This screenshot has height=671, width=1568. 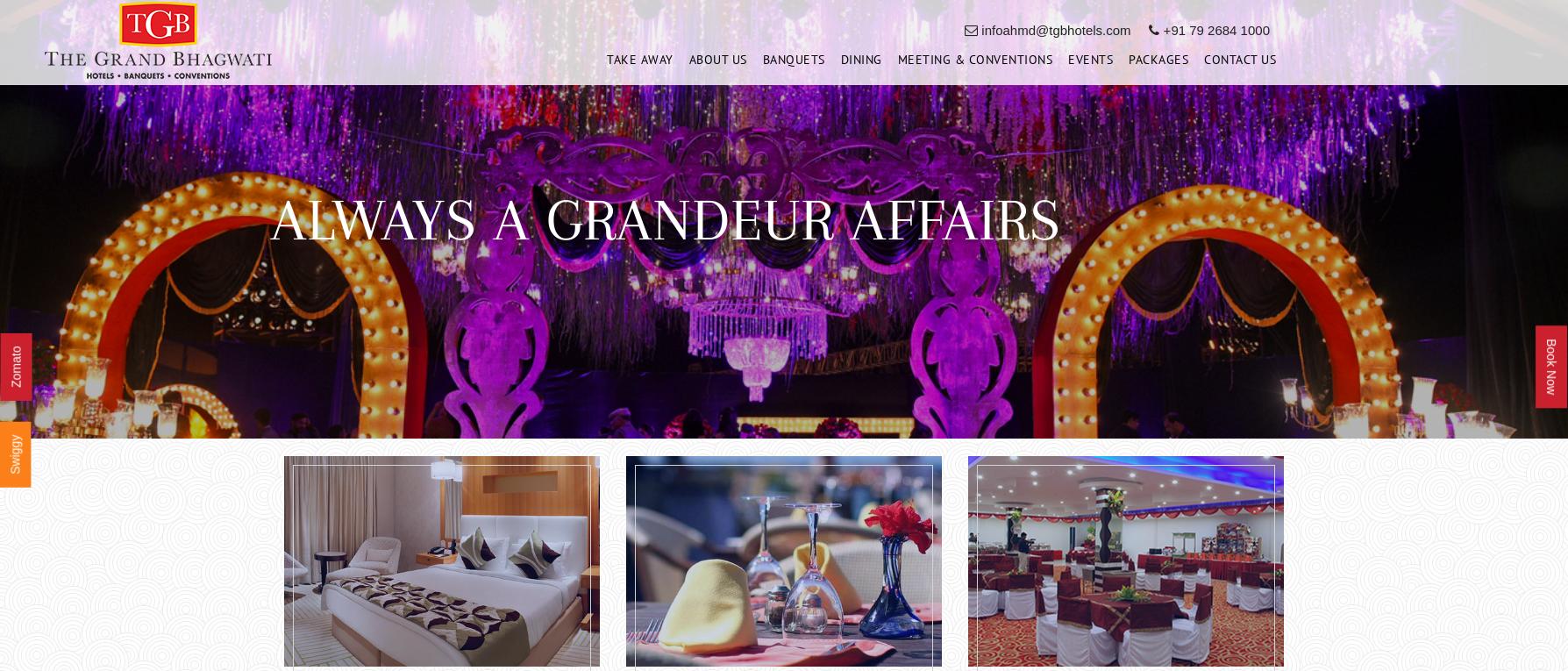 What do you see at coordinates (1157, 63) in the screenshot?
I see `'Packages'` at bounding box center [1157, 63].